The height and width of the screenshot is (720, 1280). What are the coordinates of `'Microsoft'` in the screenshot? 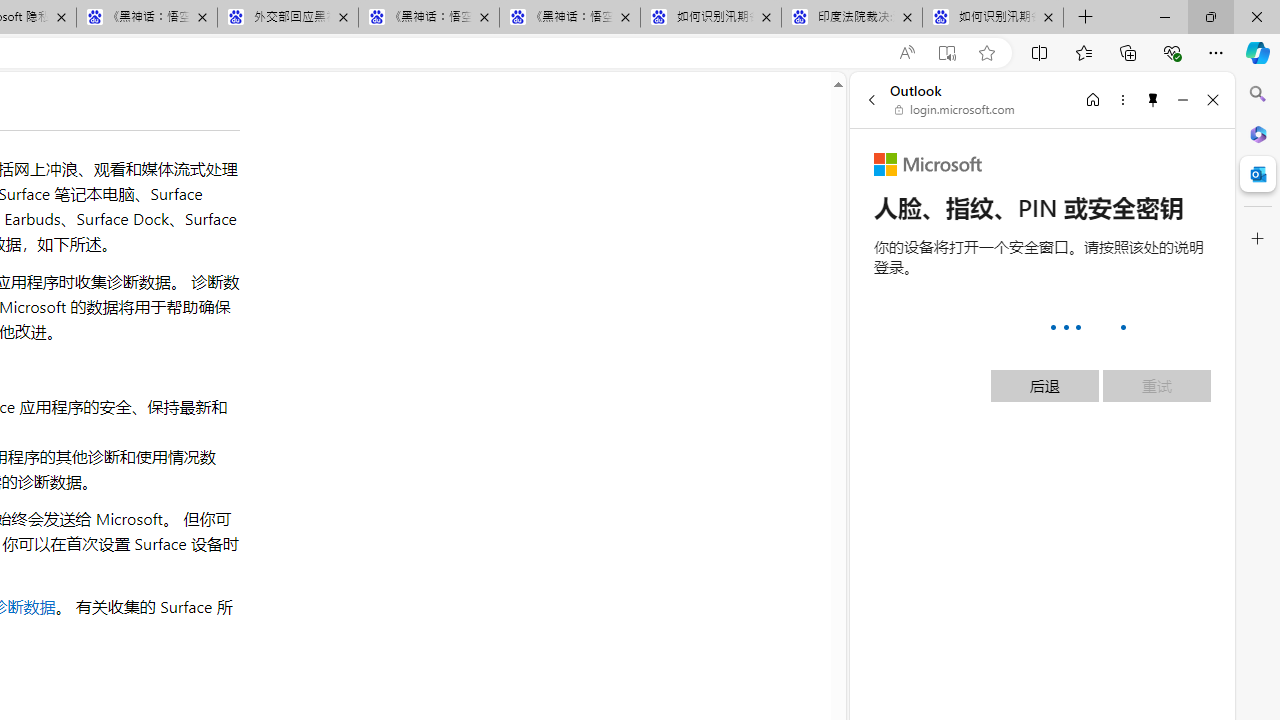 It's located at (927, 164).